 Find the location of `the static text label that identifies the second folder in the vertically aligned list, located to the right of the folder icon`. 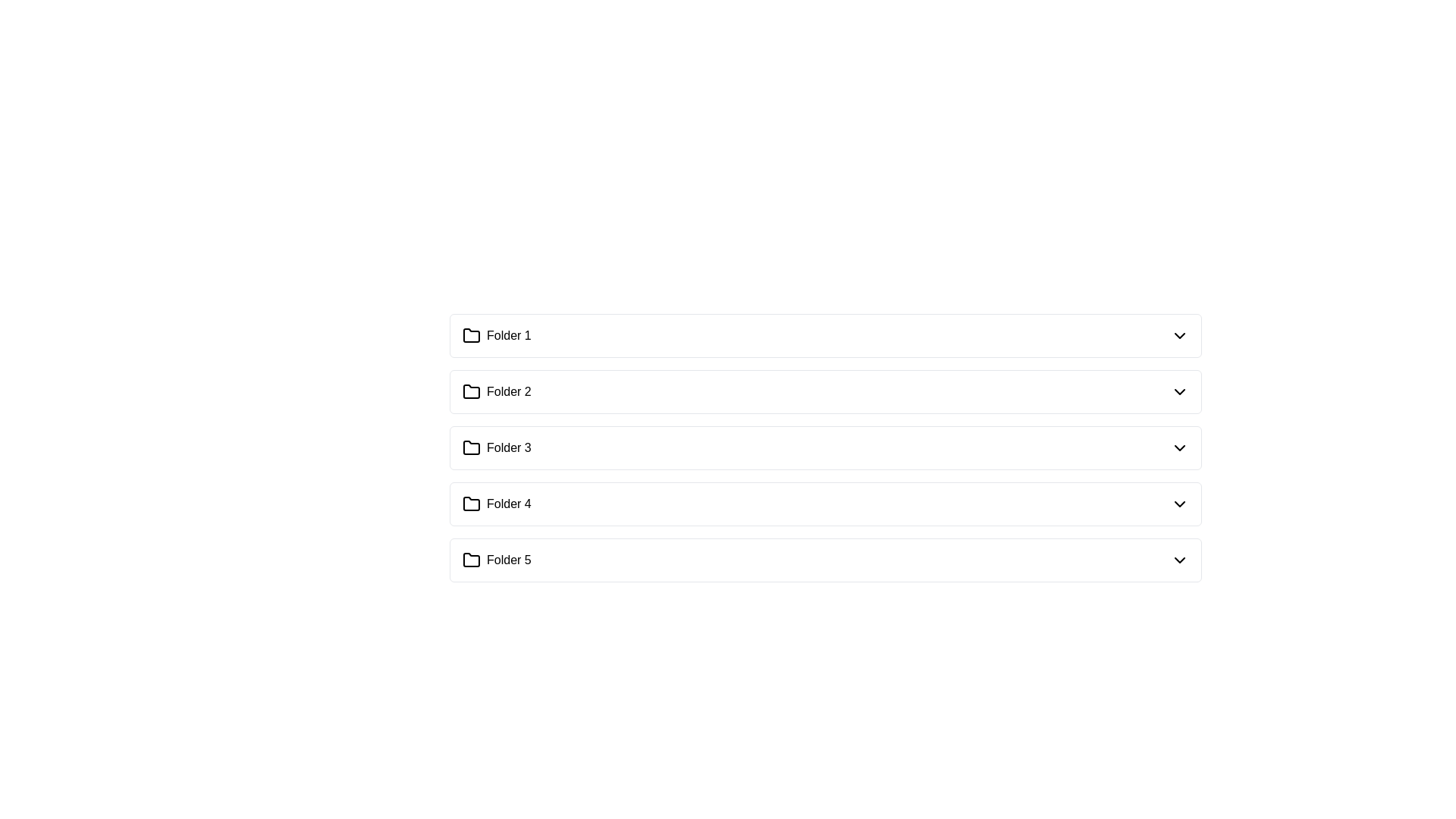

the static text label that identifies the second folder in the vertically aligned list, located to the right of the folder icon is located at coordinates (509, 391).